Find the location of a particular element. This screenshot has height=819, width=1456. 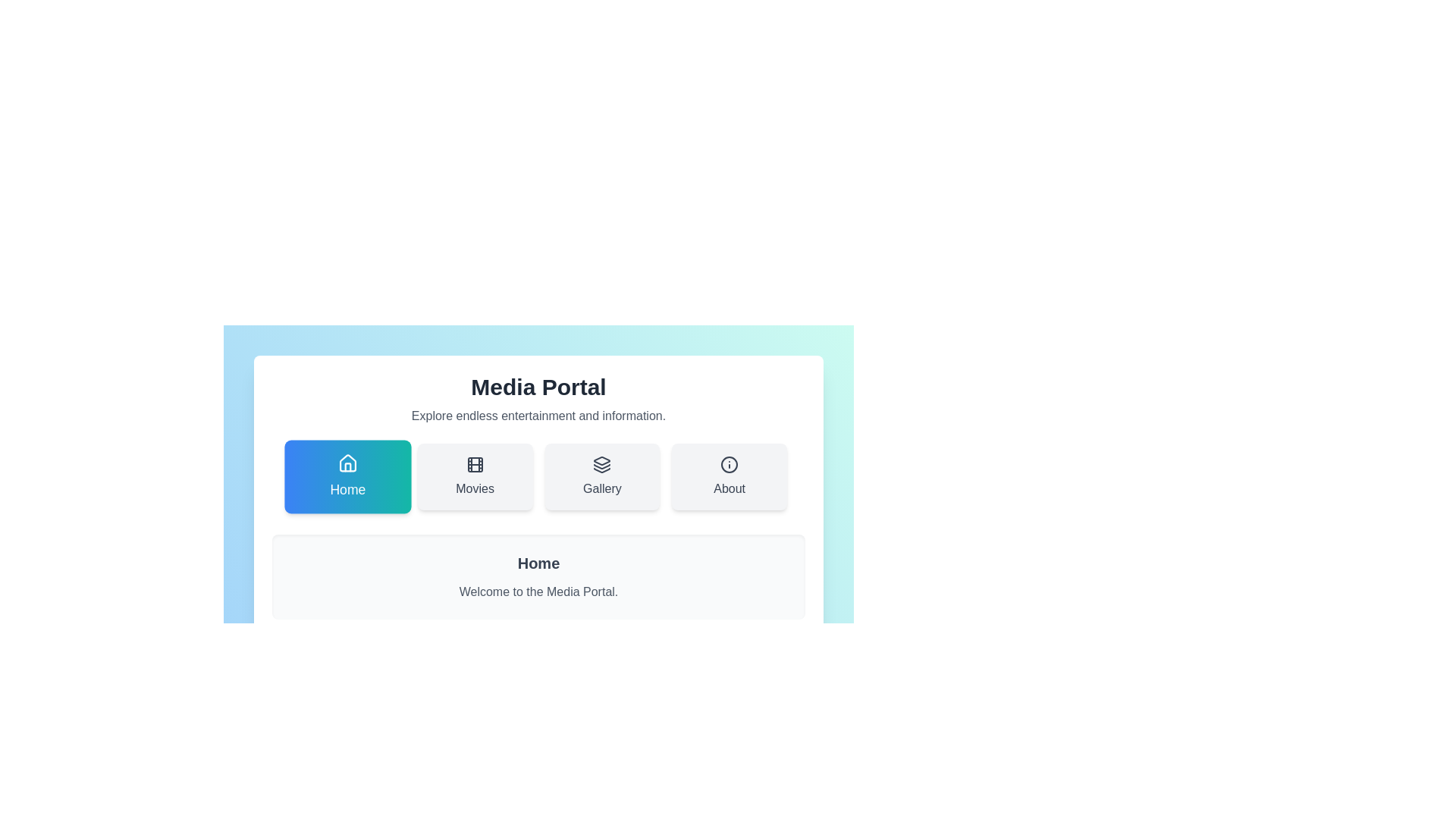

text of the bold, centered heading displaying 'Media Portal' located at the top of the main content area is located at coordinates (538, 386).